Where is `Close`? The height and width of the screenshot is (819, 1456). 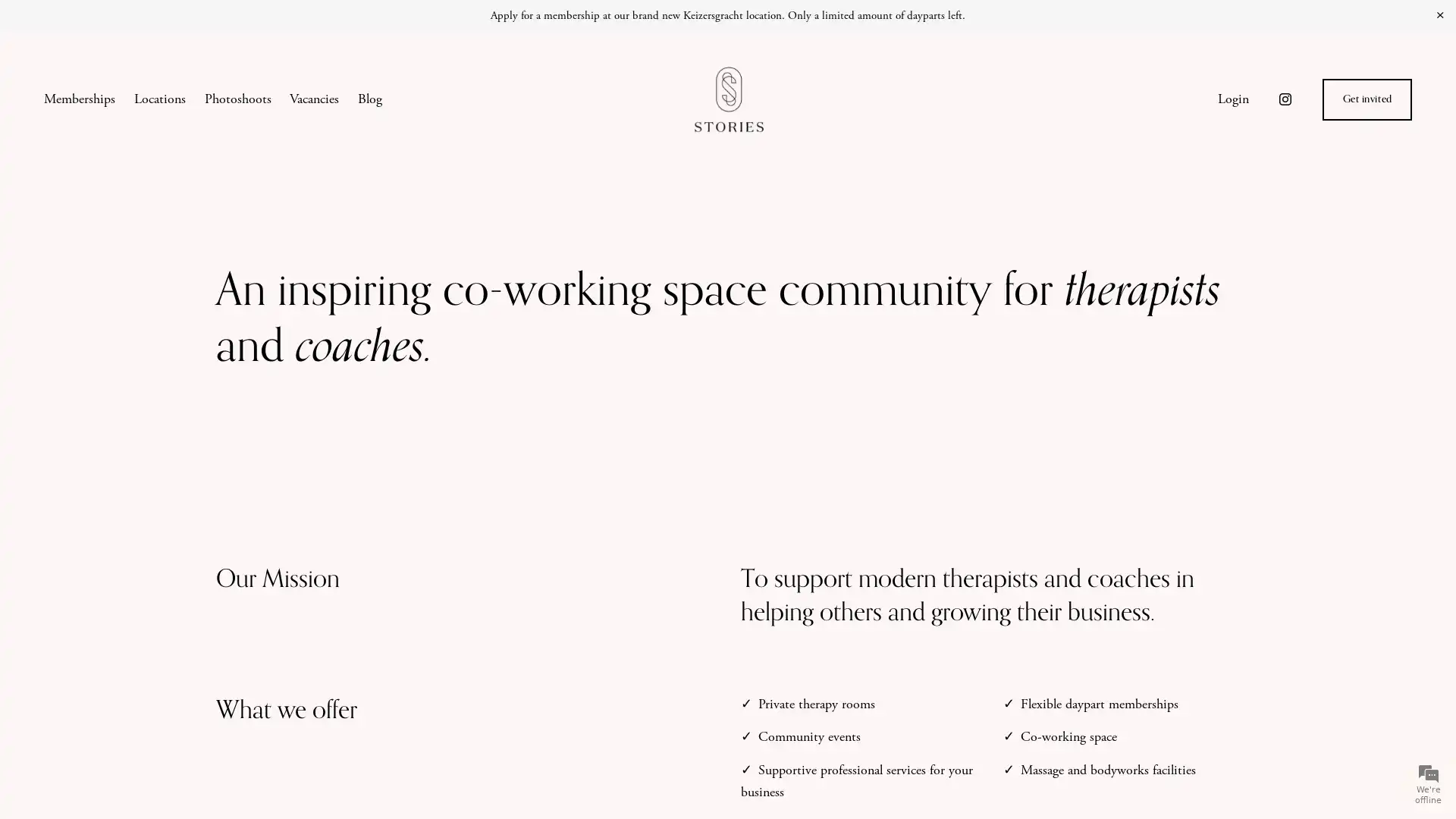
Close is located at coordinates (995, 211).